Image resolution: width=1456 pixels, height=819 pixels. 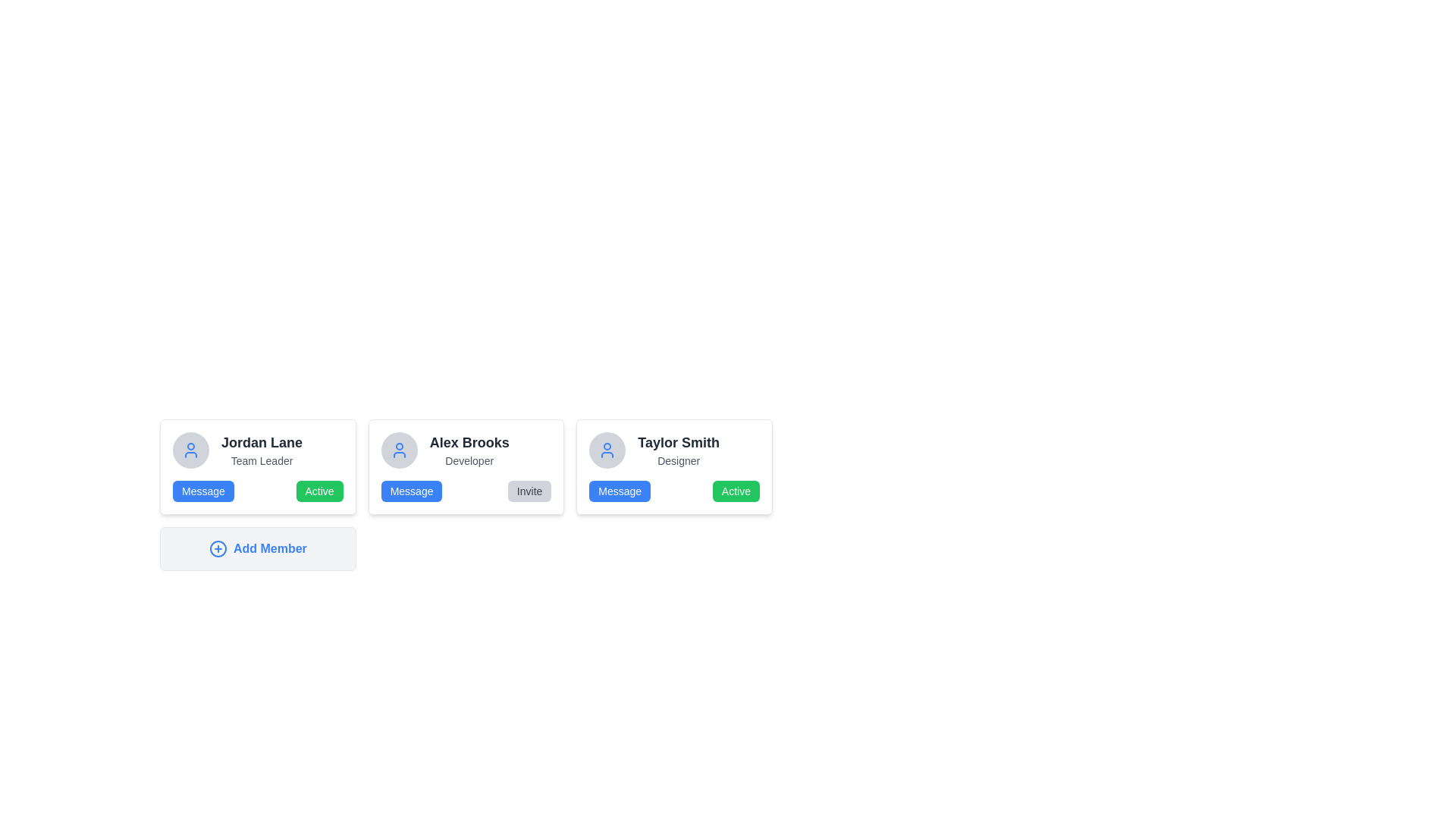 I want to click on the 'Message' button with blue background and white text, so click(x=620, y=491).